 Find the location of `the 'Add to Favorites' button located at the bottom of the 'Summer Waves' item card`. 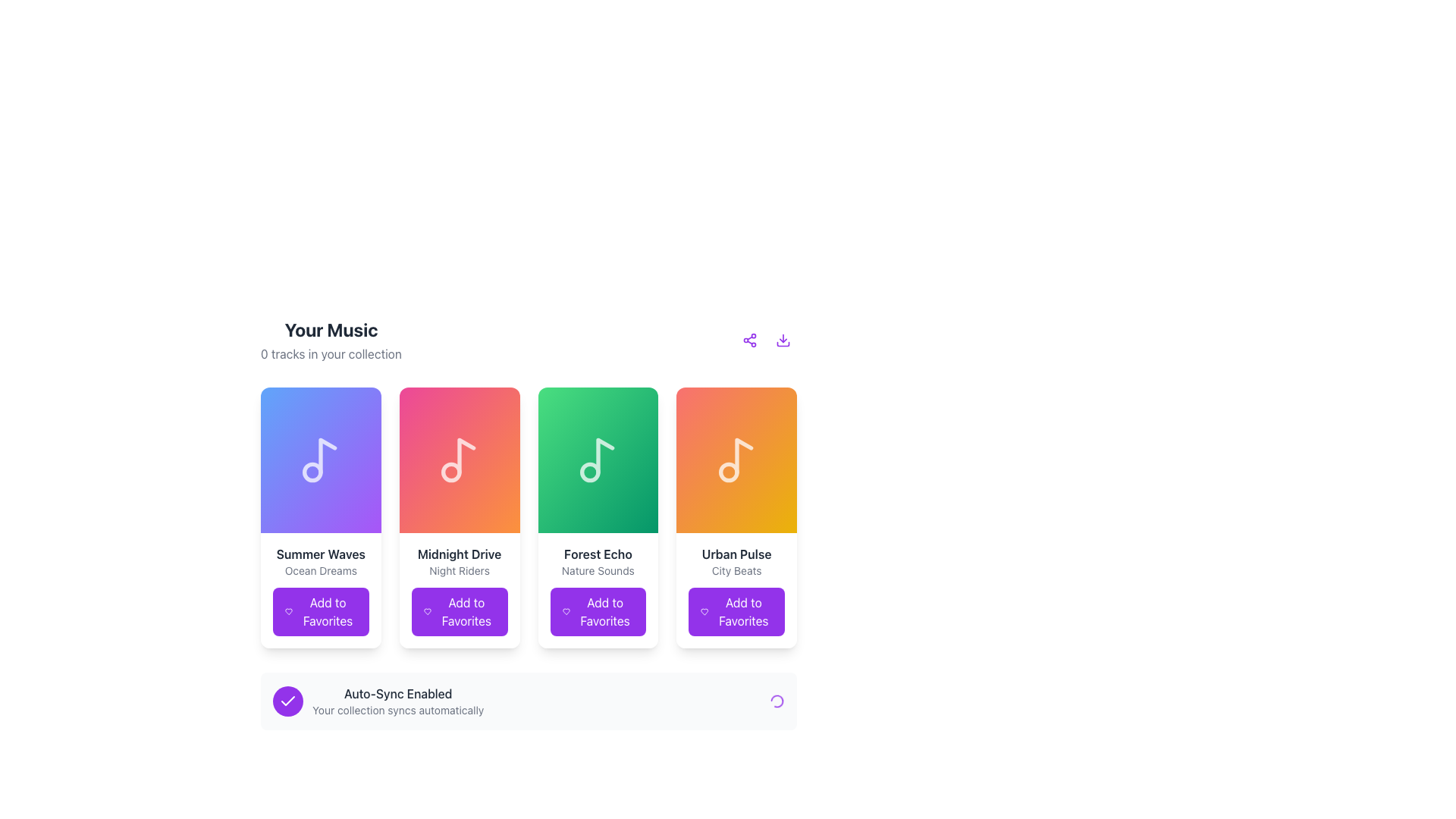

the 'Add to Favorites' button located at the bottom of the 'Summer Waves' item card is located at coordinates (320, 610).